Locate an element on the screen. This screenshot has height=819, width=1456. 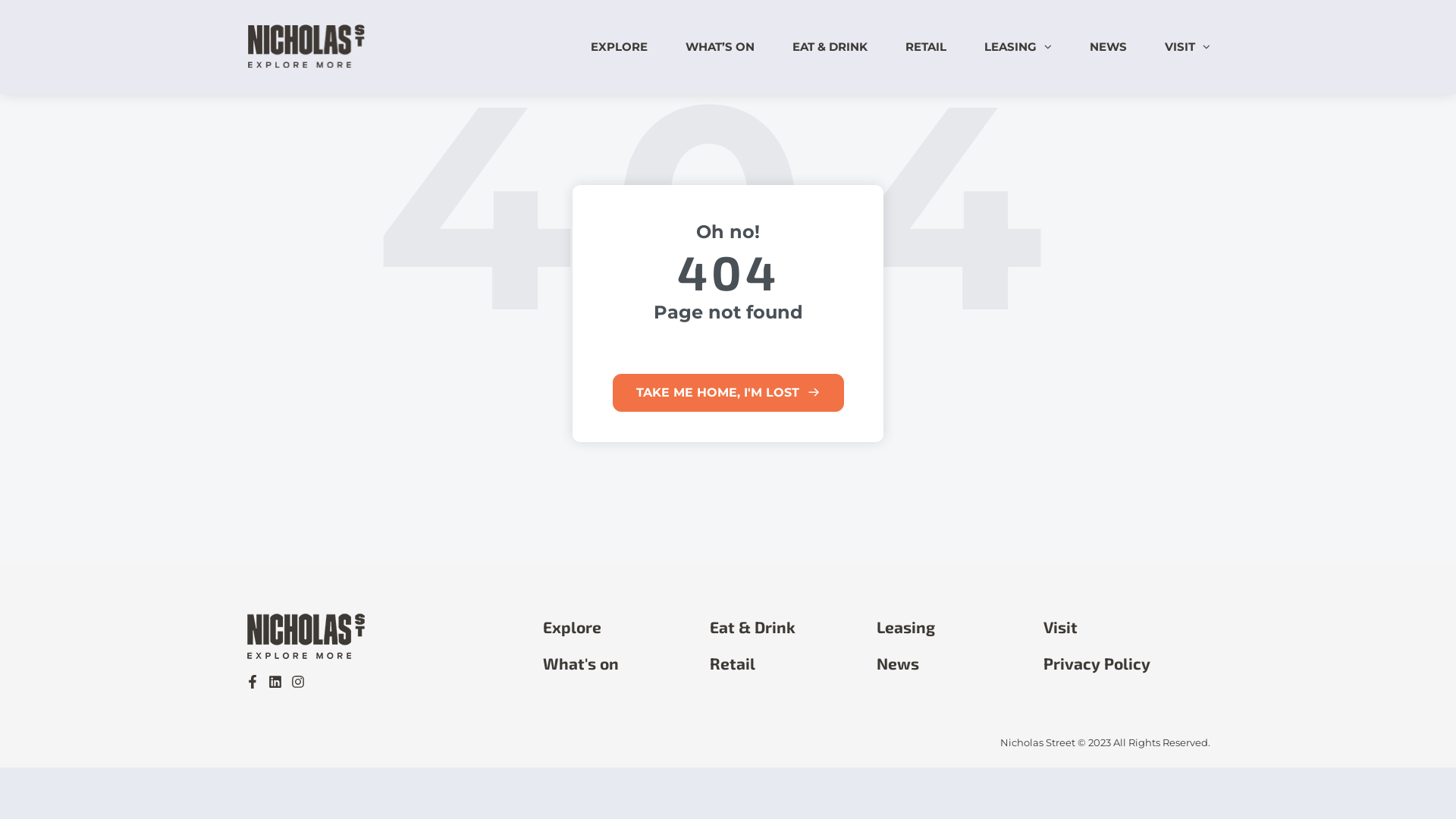
'Visit' is located at coordinates (1059, 626).